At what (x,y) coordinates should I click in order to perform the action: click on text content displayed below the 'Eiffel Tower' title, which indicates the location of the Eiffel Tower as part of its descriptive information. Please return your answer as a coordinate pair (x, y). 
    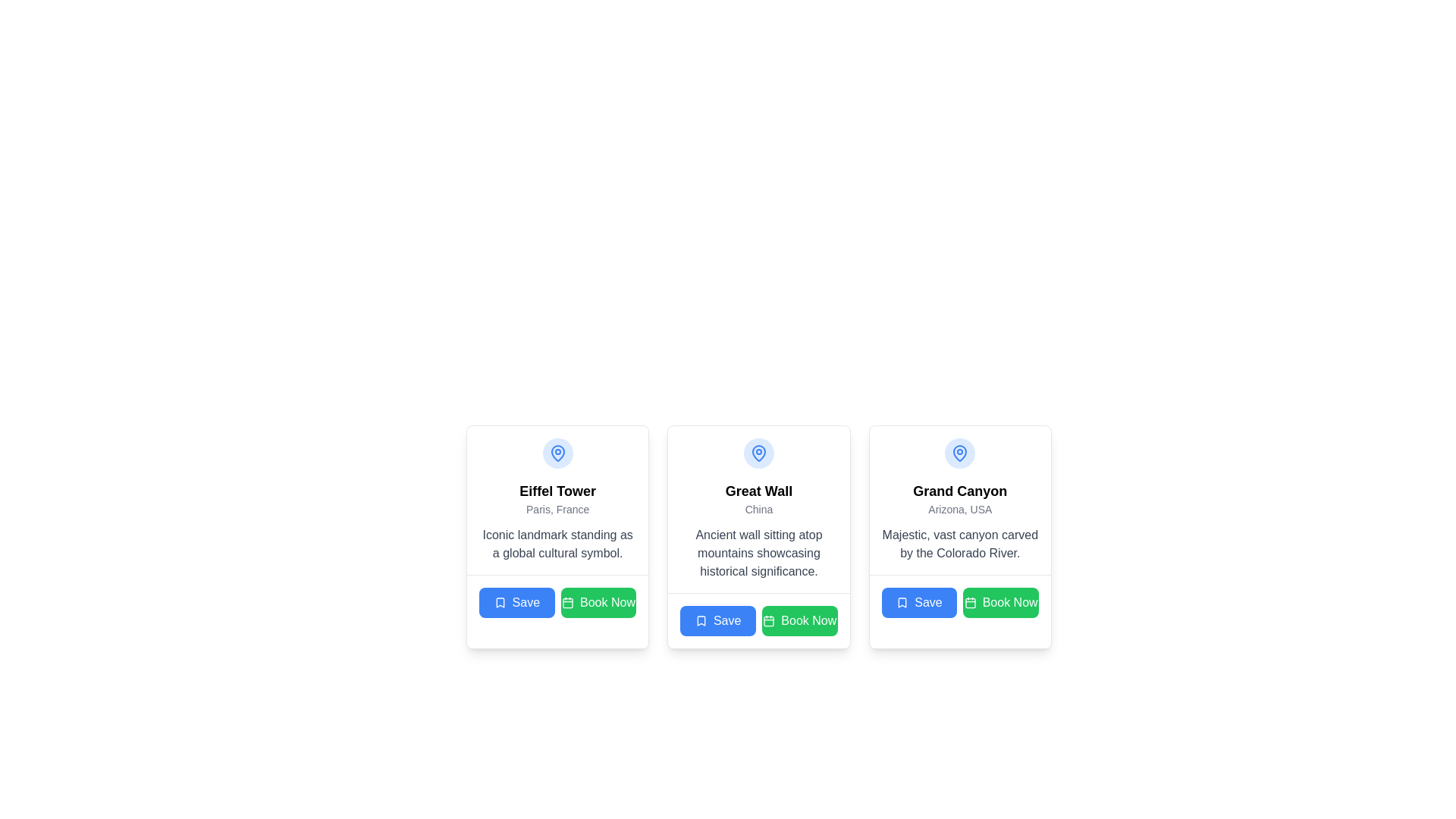
    Looking at the image, I should click on (557, 509).